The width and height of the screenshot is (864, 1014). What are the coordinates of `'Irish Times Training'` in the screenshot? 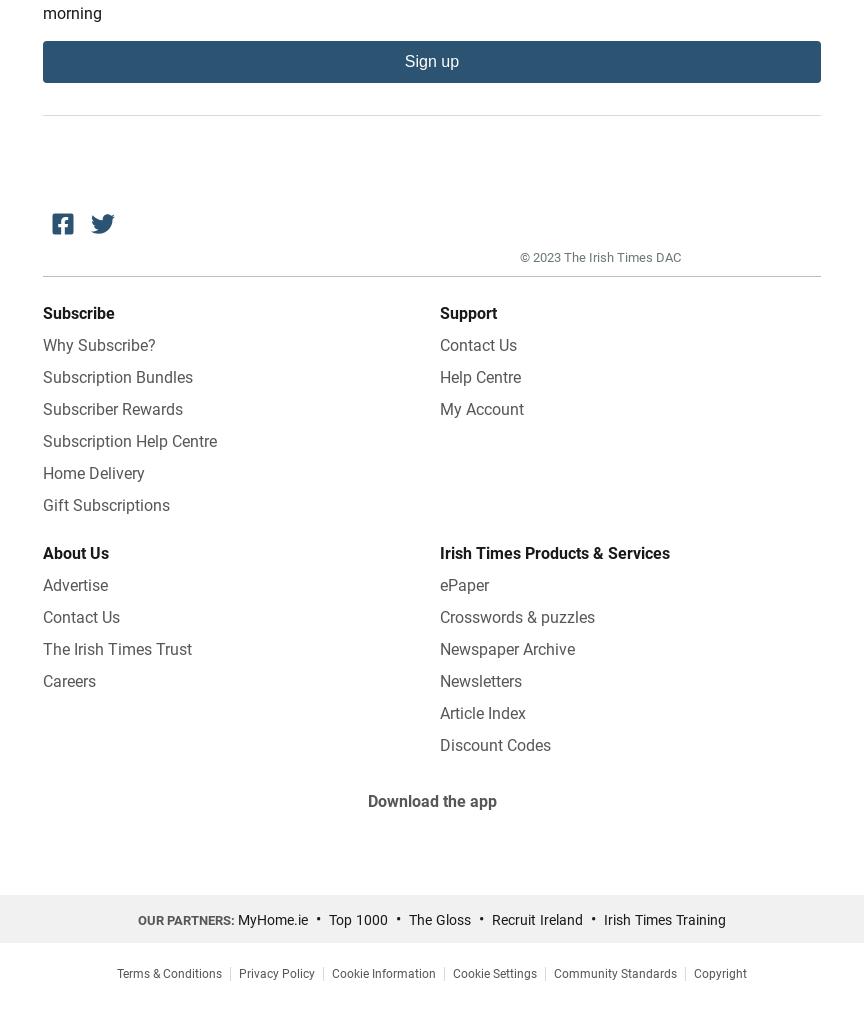 It's located at (665, 917).